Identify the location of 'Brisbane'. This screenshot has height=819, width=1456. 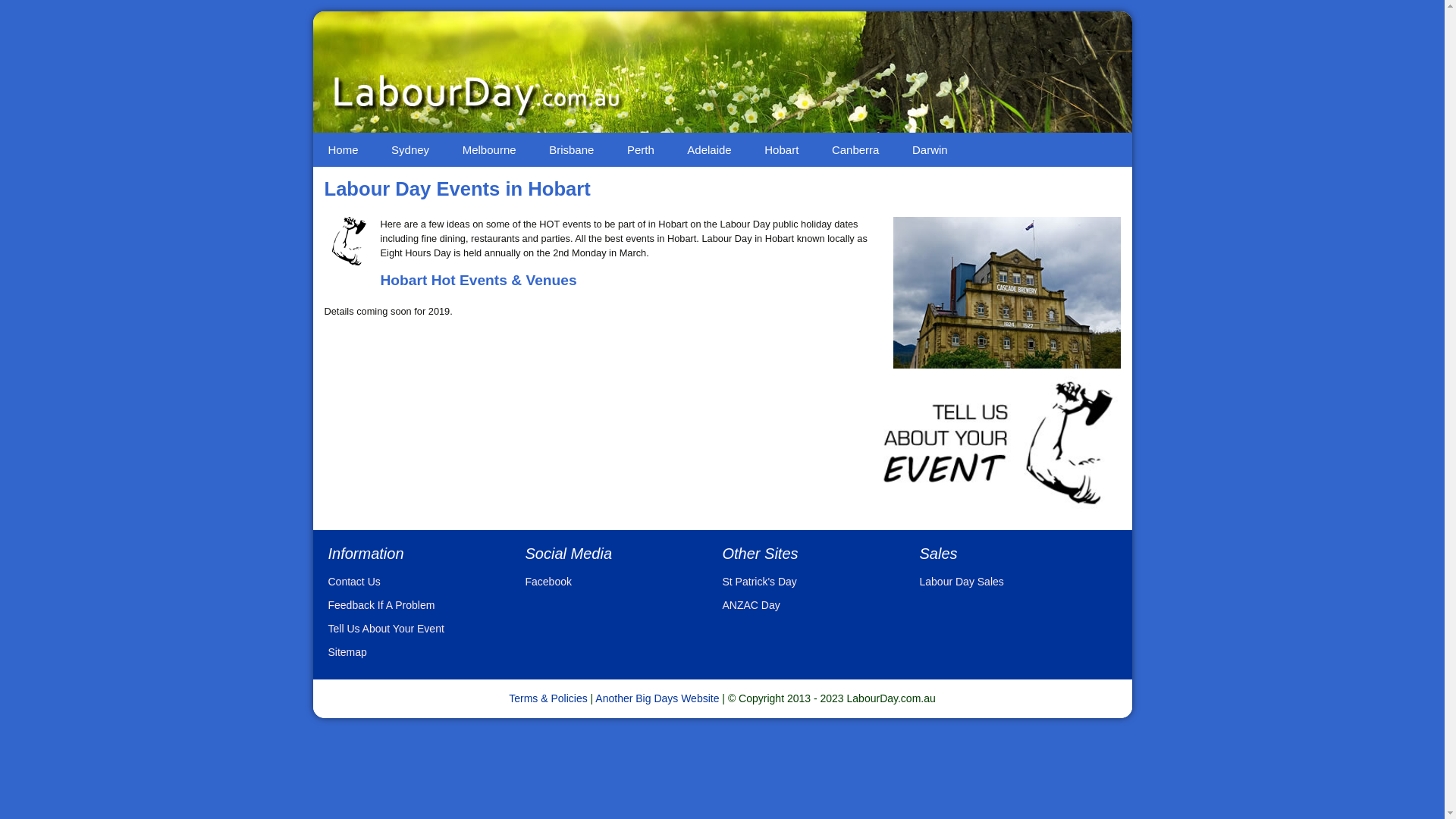
(570, 149).